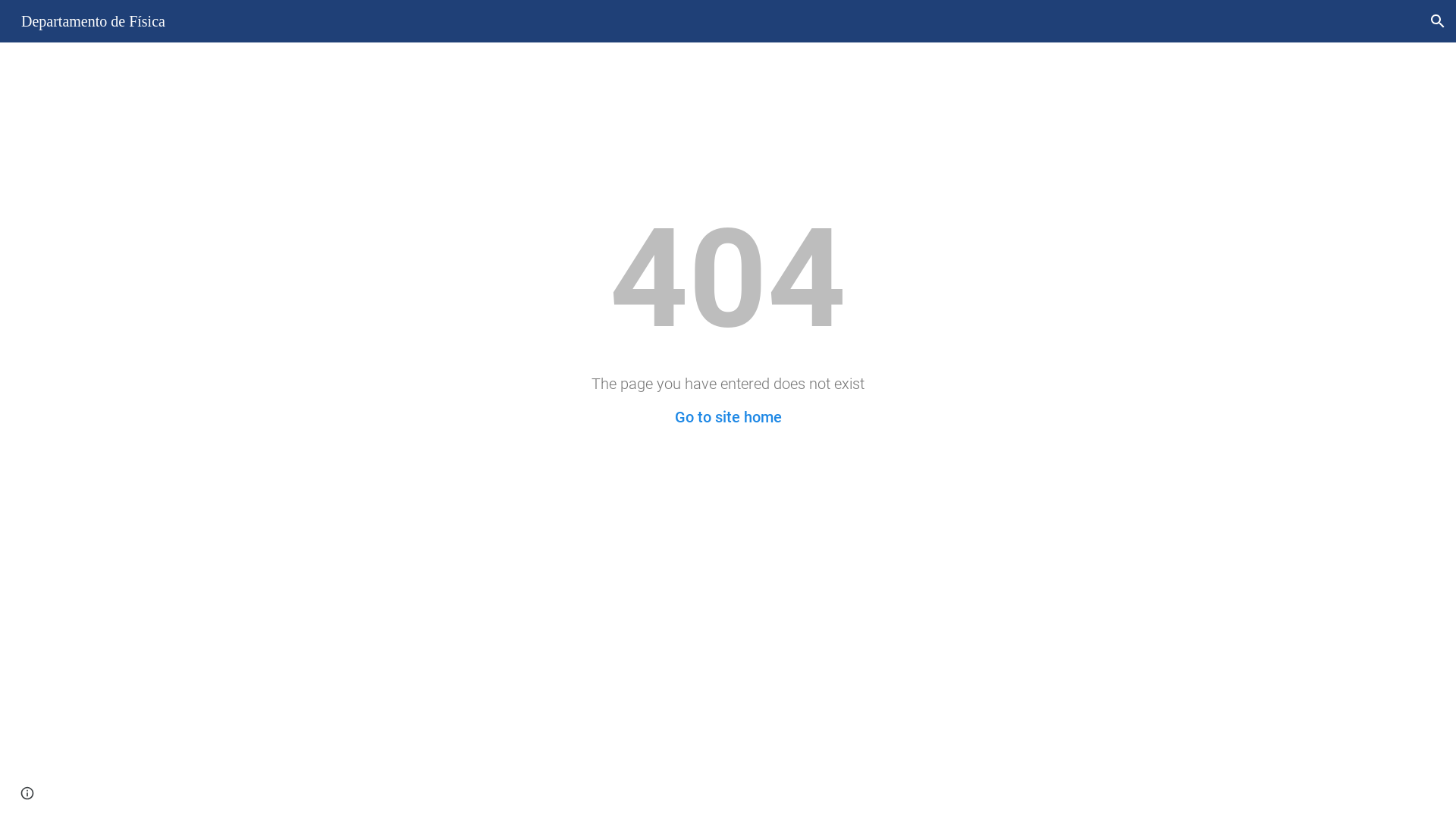 The image size is (1456, 819). What do you see at coordinates (728, 417) in the screenshot?
I see `'Go to site home'` at bounding box center [728, 417].